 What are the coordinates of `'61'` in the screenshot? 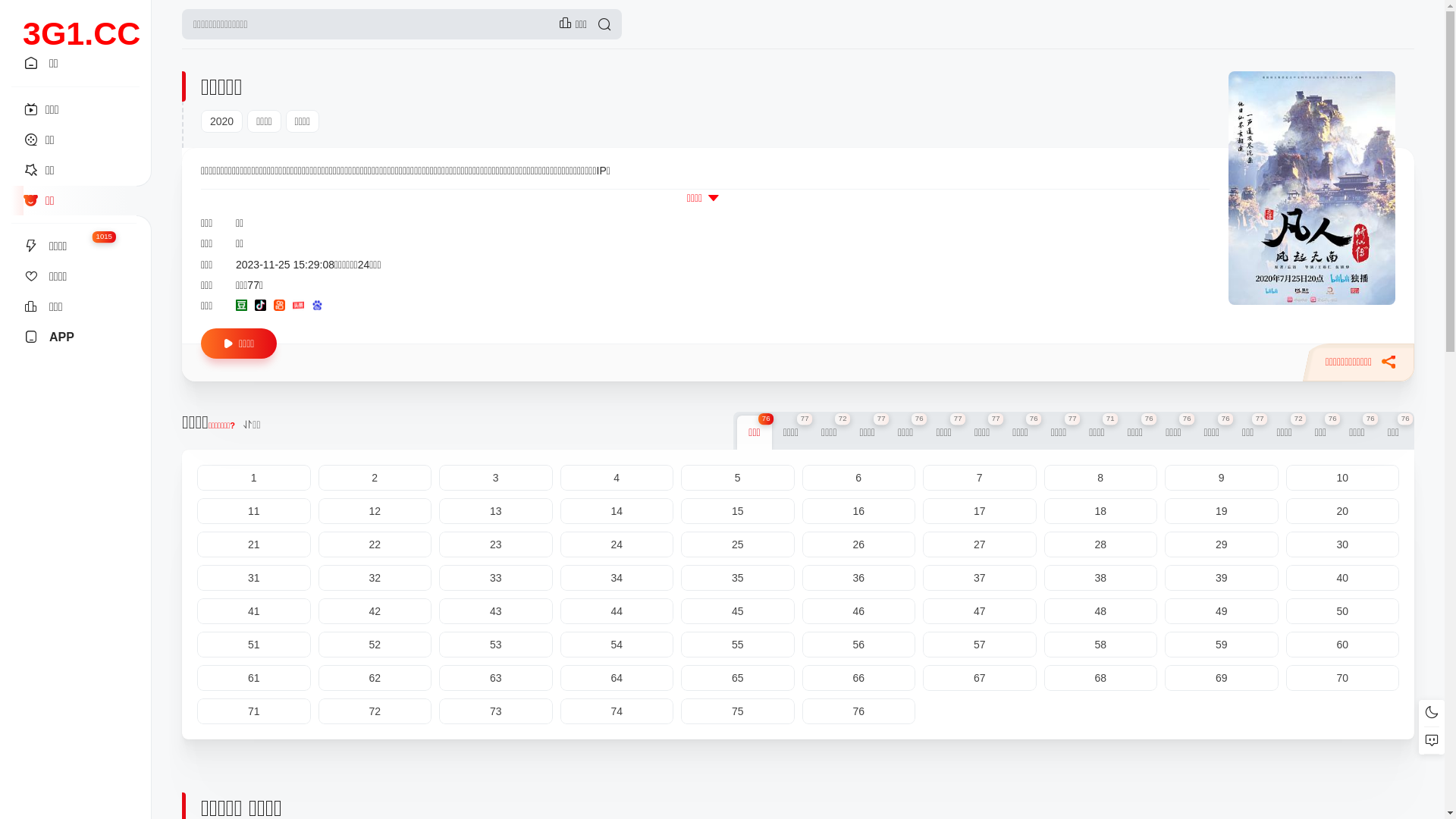 It's located at (254, 677).